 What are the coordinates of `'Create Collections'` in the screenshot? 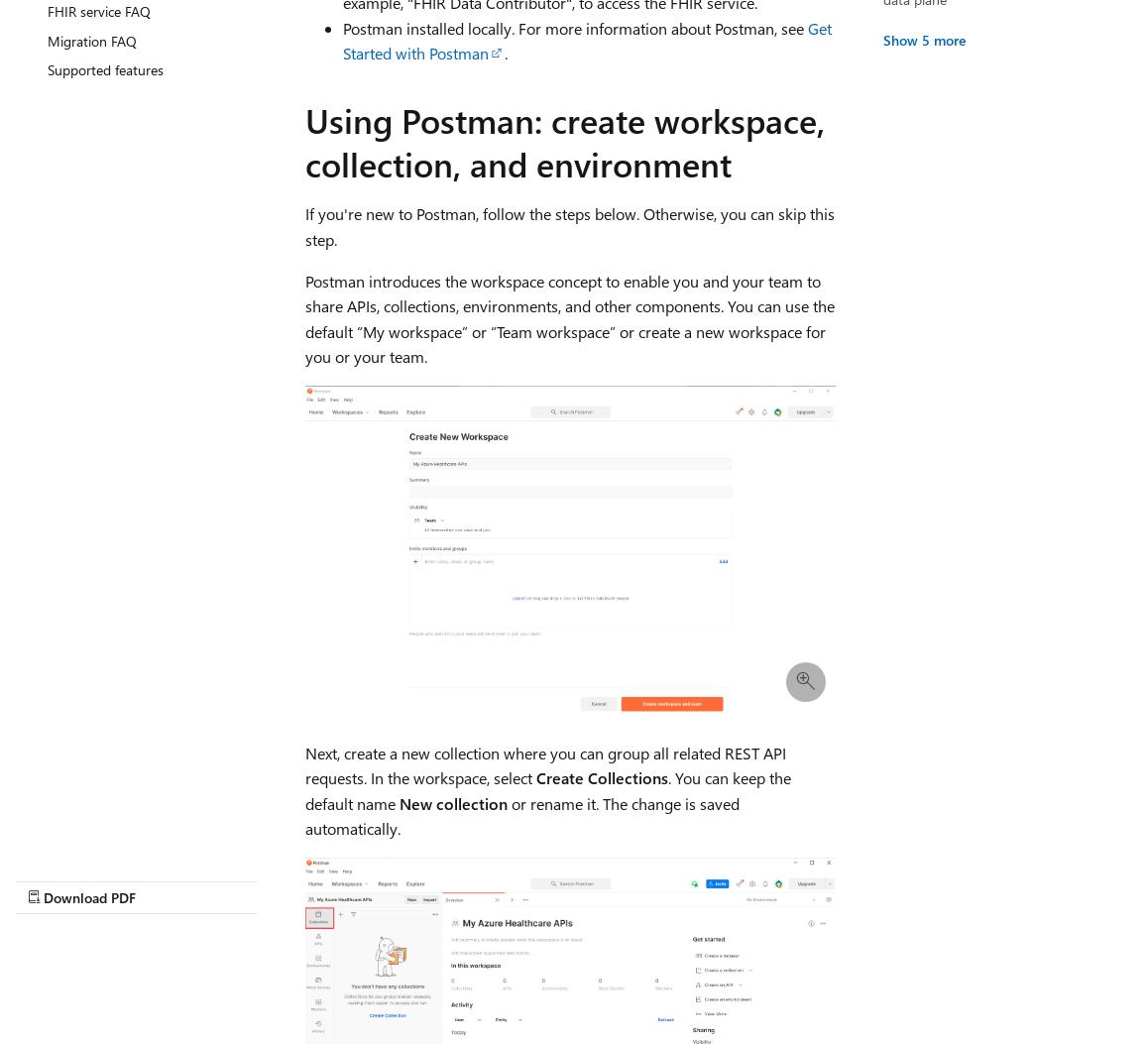 It's located at (600, 777).